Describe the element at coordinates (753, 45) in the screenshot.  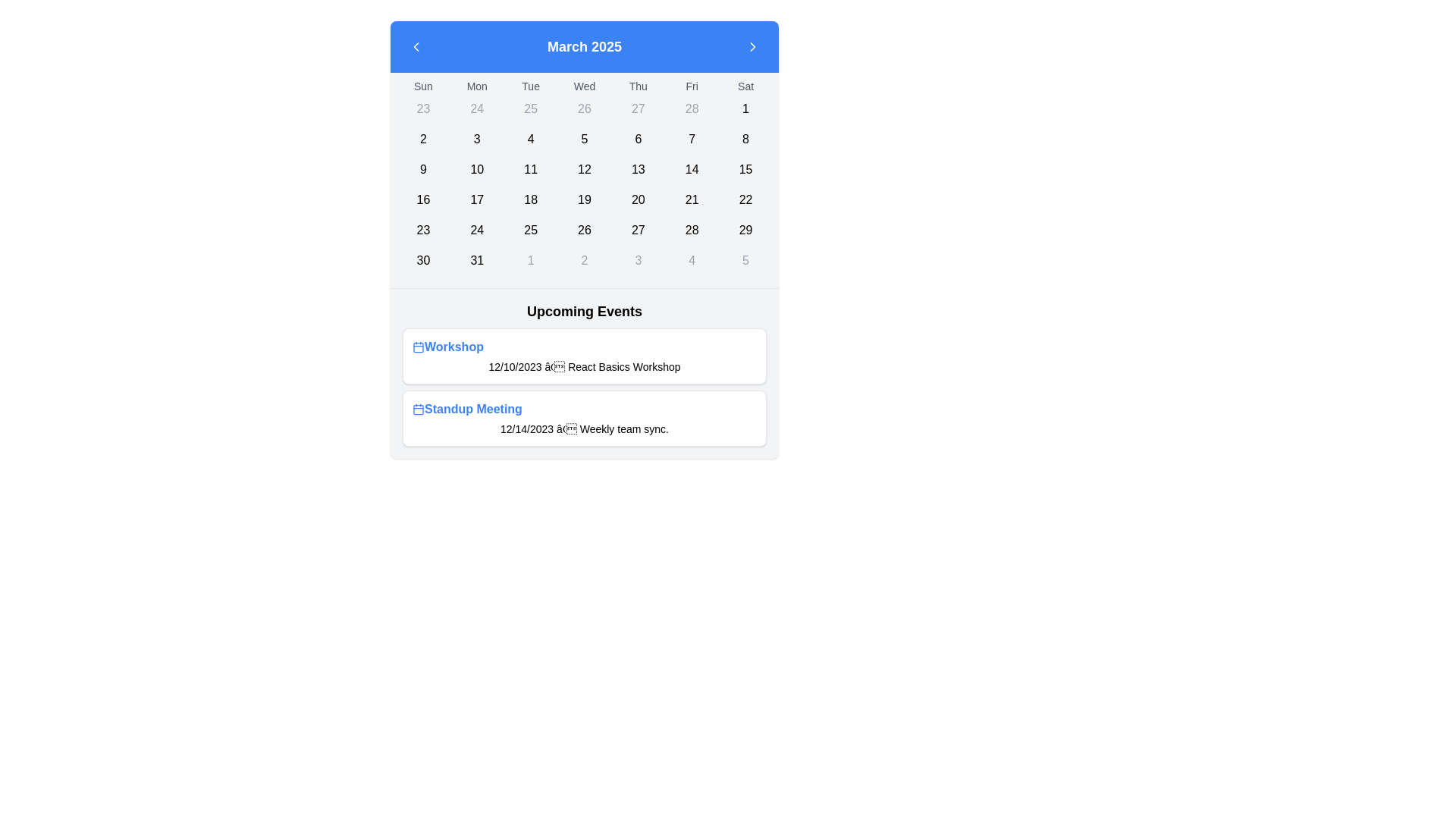
I see `the right-pointing chevron icon in the top-right corner of the blue header labeled 'March 2025'` at that location.